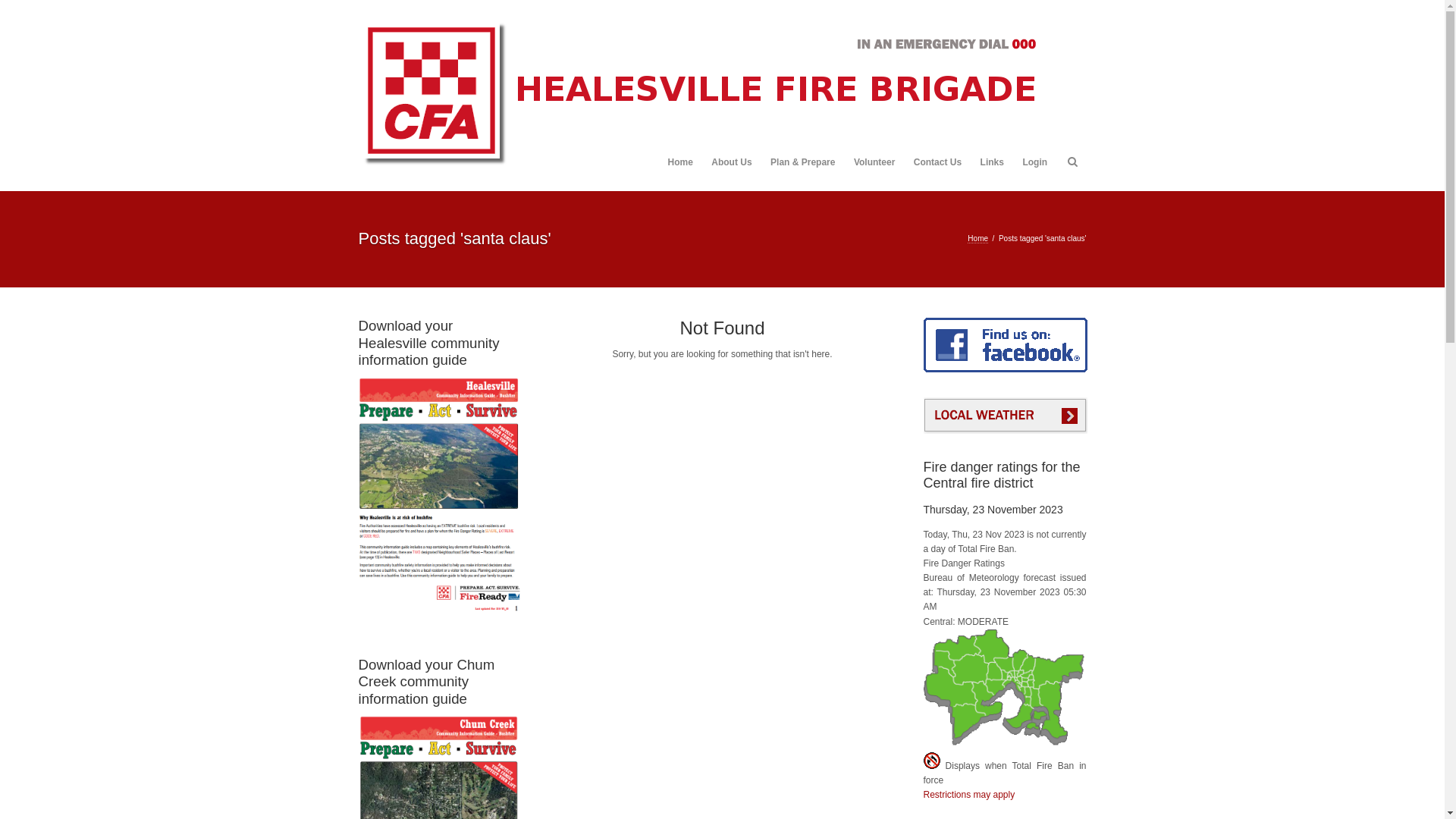 The width and height of the screenshot is (1456, 819). What do you see at coordinates (1015, 162) in the screenshot?
I see `'Login'` at bounding box center [1015, 162].